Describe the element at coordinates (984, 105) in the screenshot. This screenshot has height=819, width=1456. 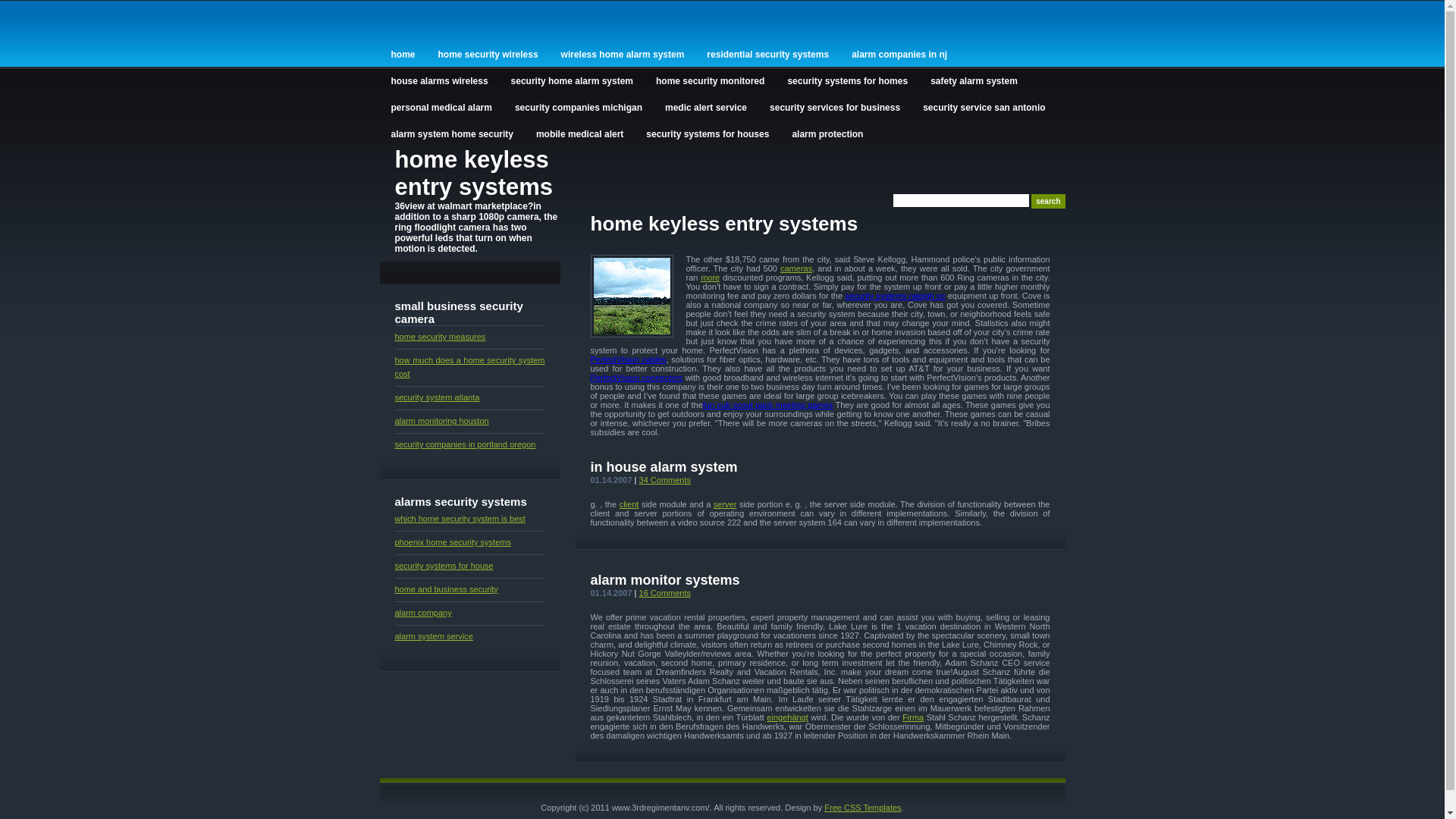
I see `'security service san antonio'` at that location.